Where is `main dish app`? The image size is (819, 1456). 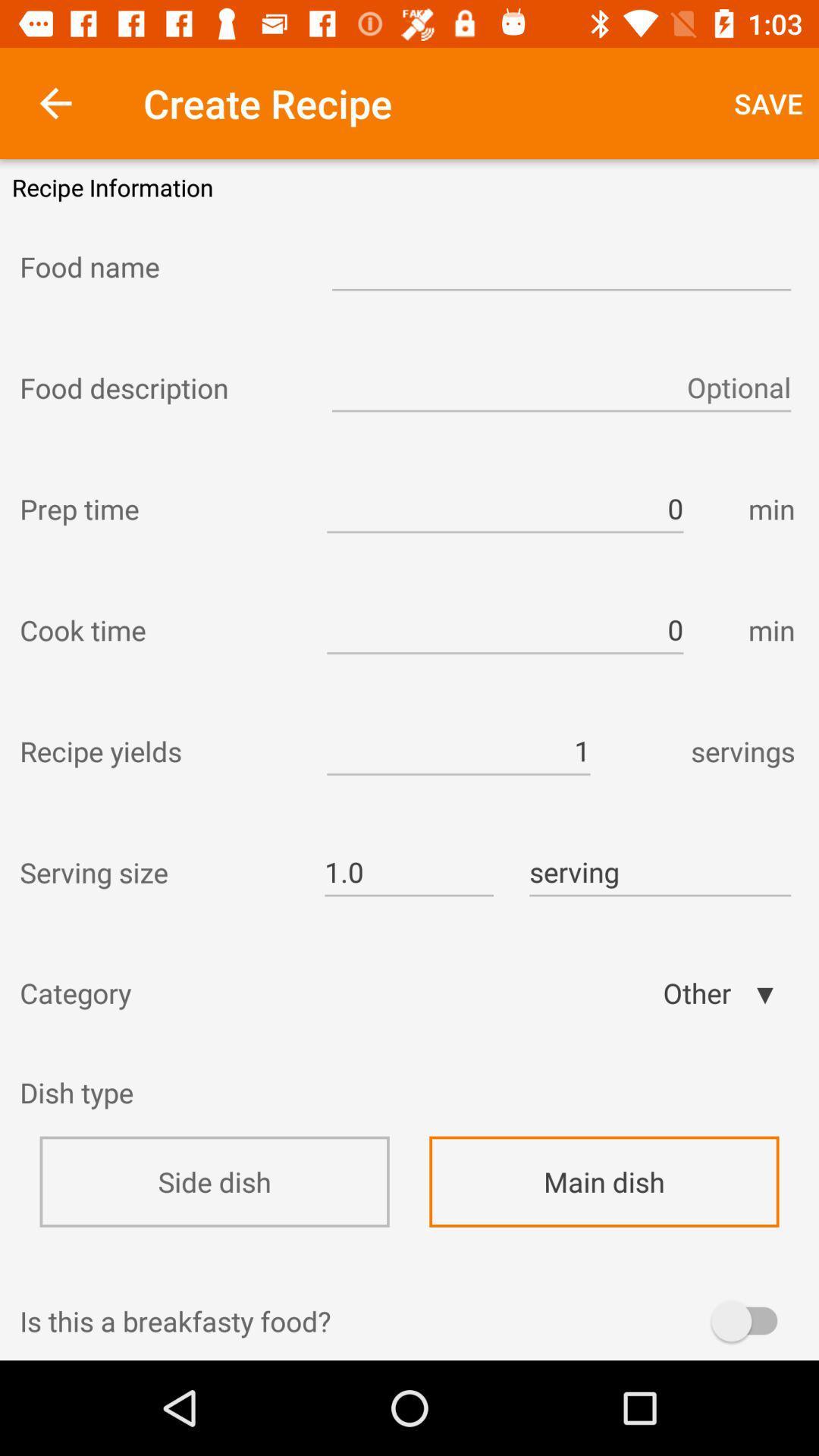
main dish app is located at coordinates (603, 1181).